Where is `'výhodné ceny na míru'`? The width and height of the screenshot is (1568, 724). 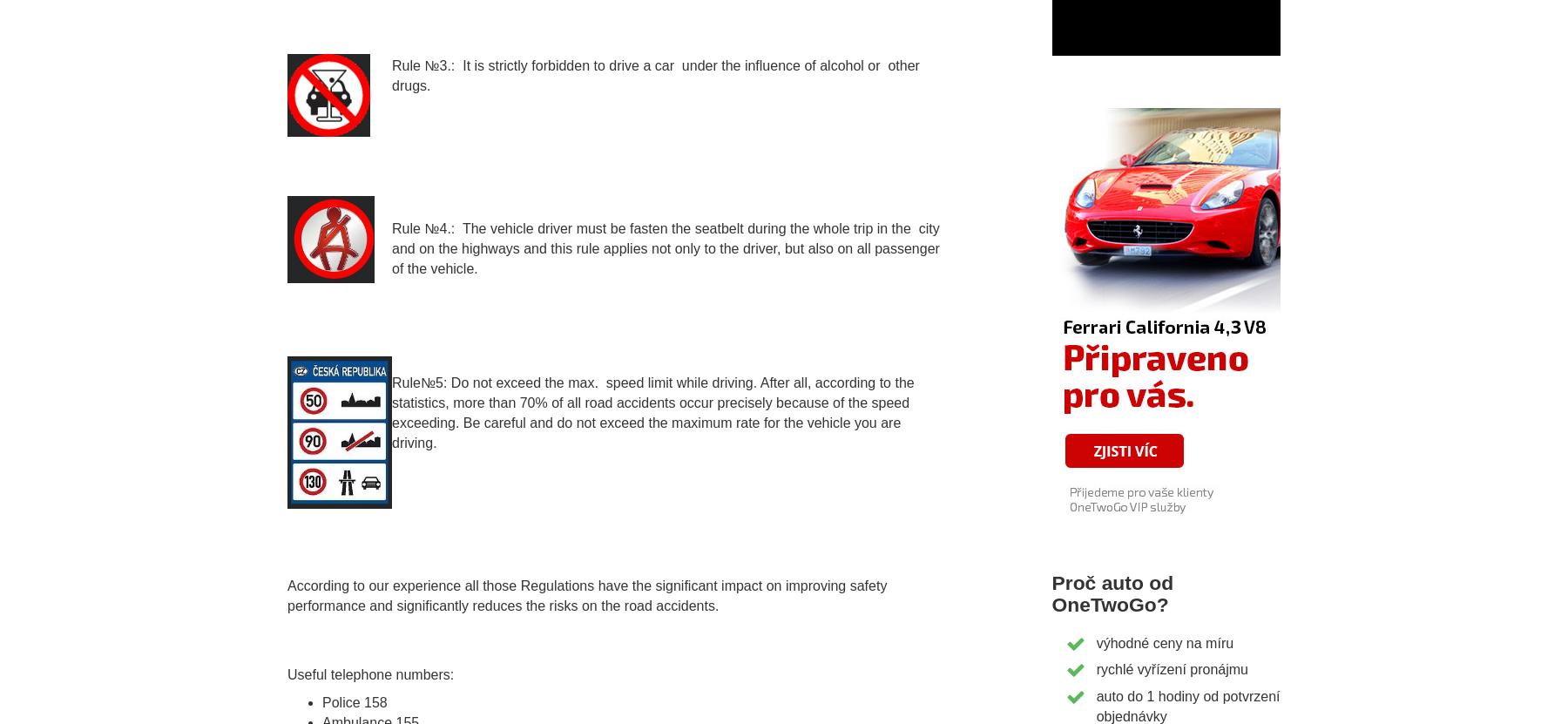
'výhodné ceny na míru' is located at coordinates (1165, 641).